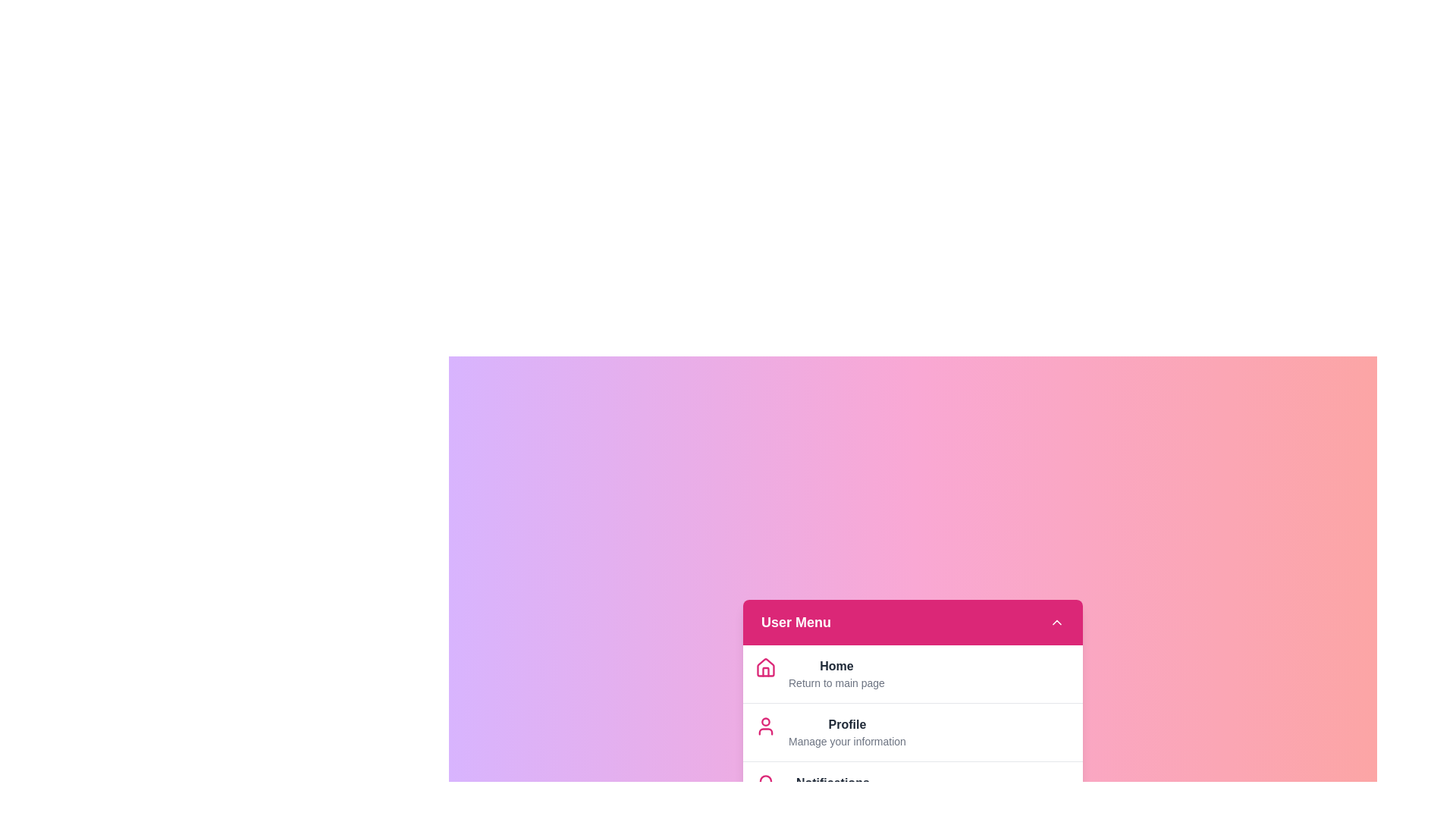 This screenshot has height=819, width=1456. I want to click on the menu item Home from the EnhancedUserMenu, so click(836, 665).